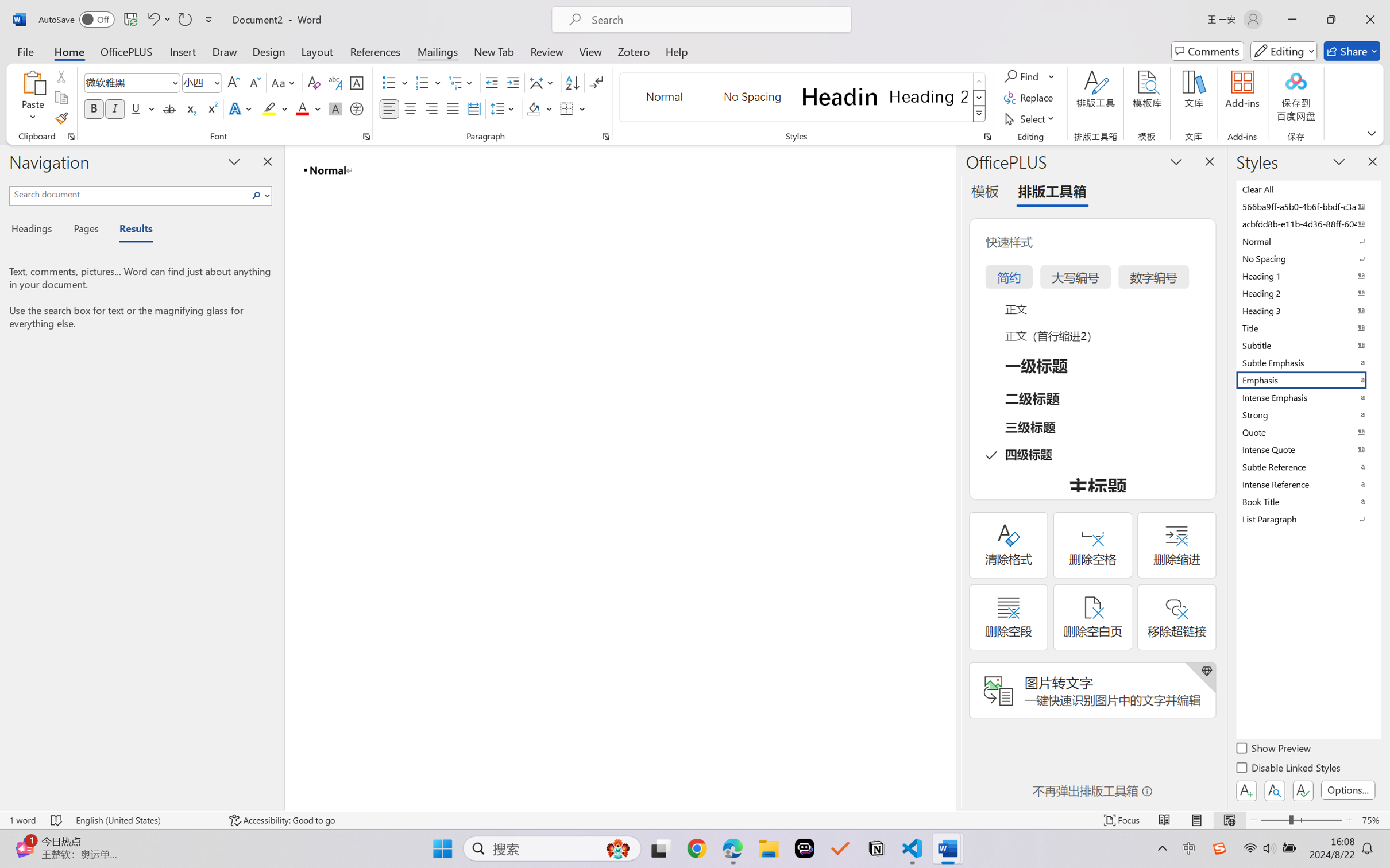 The image size is (1390, 868). I want to click on 'Quick Access Toolbar', so click(128, 19).